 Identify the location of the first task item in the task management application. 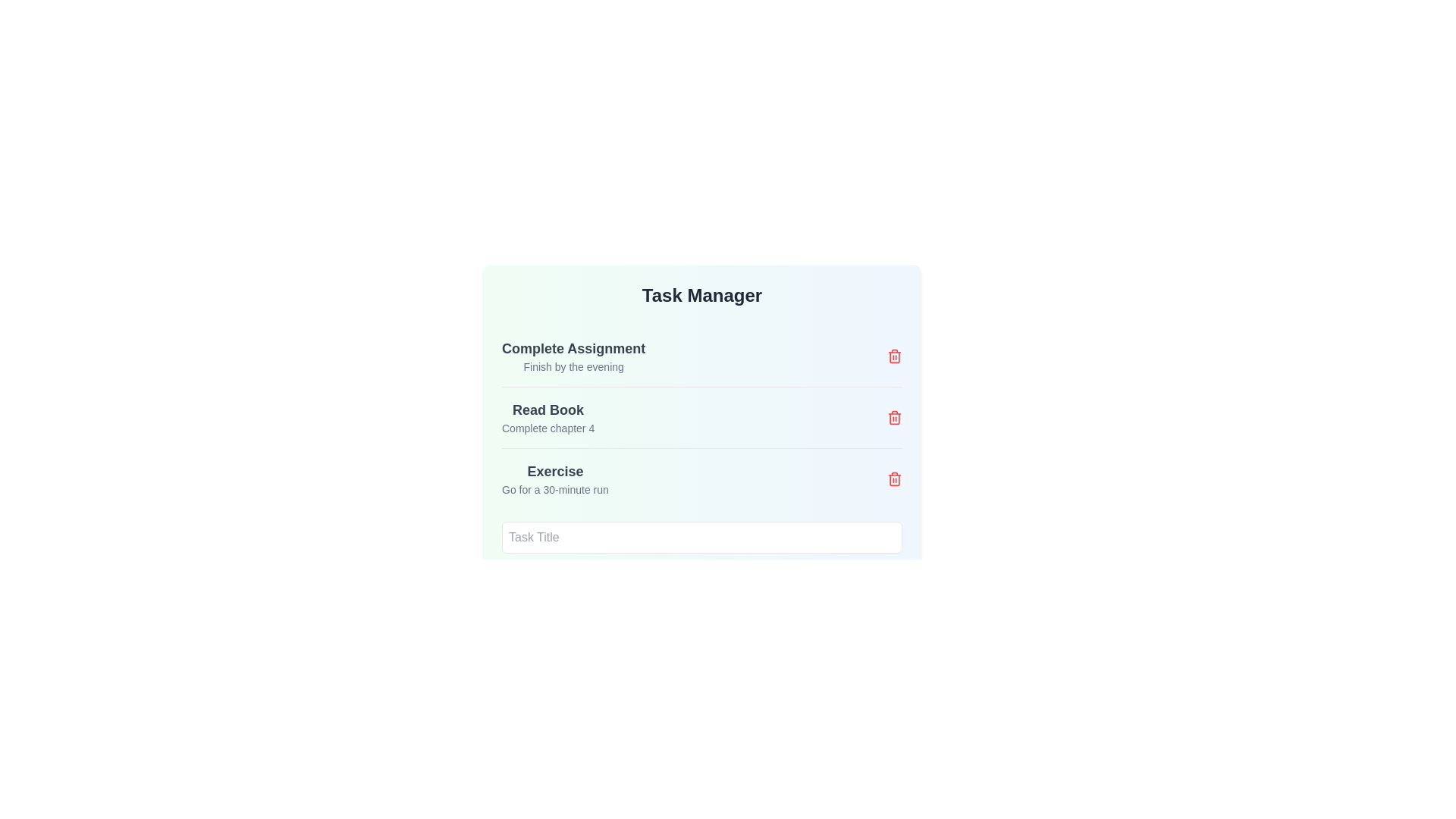
(701, 356).